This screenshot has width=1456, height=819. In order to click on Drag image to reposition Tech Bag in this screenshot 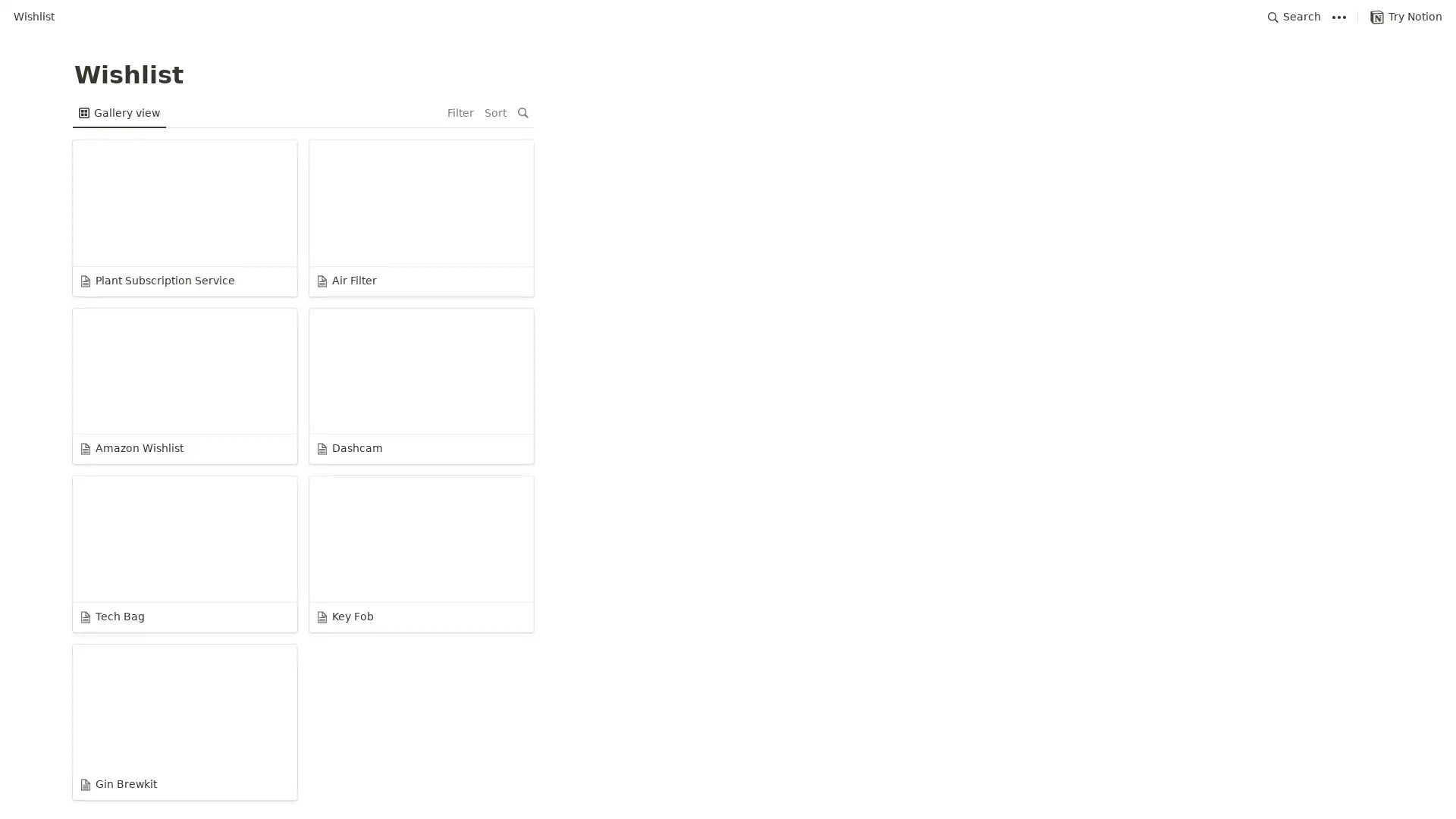, I will do `click(1057, 224)`.